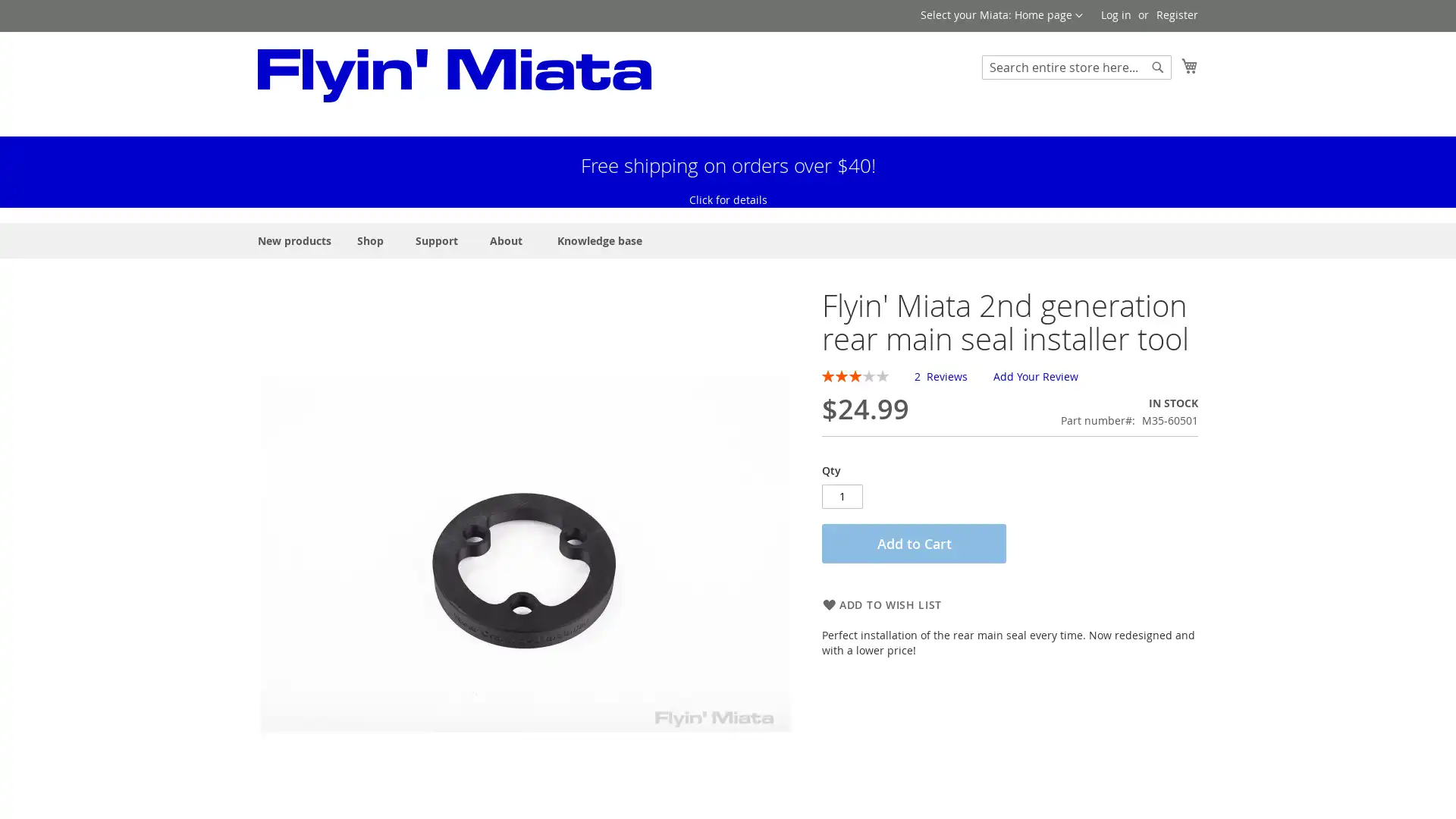  I want to click on Search, so click(1156, 66).